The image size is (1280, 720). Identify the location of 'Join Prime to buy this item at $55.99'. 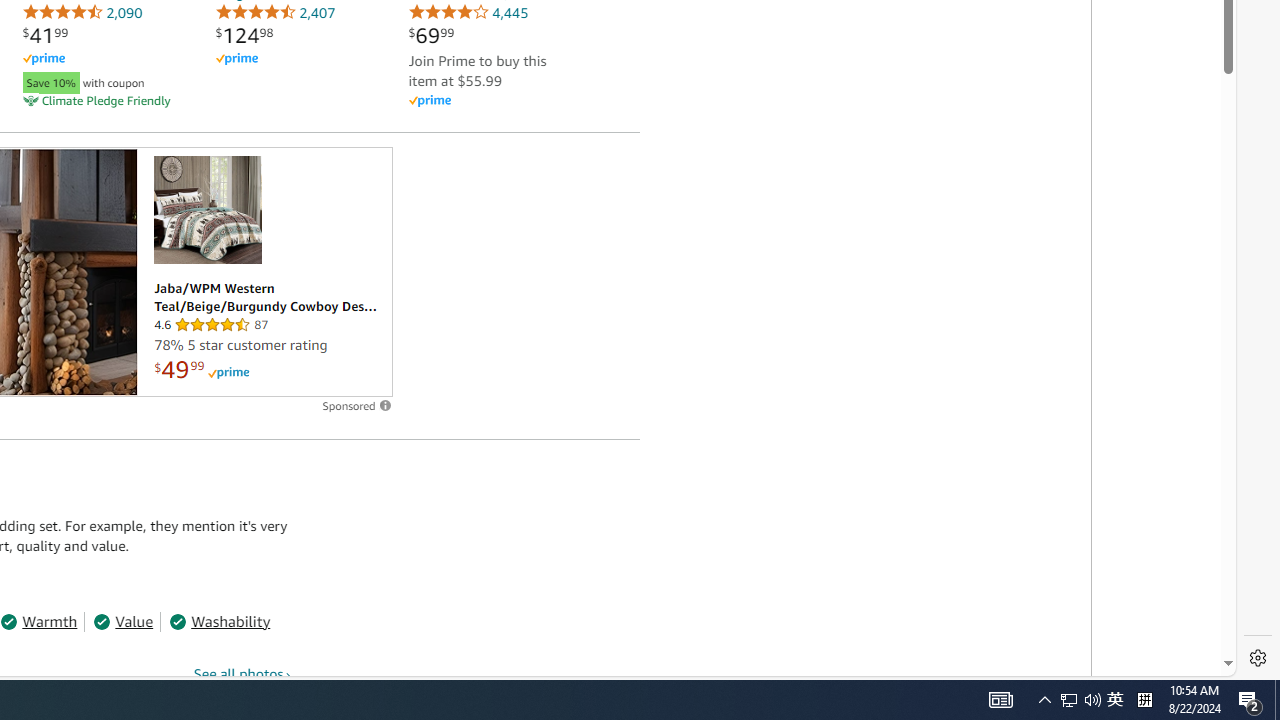
(476, 69).